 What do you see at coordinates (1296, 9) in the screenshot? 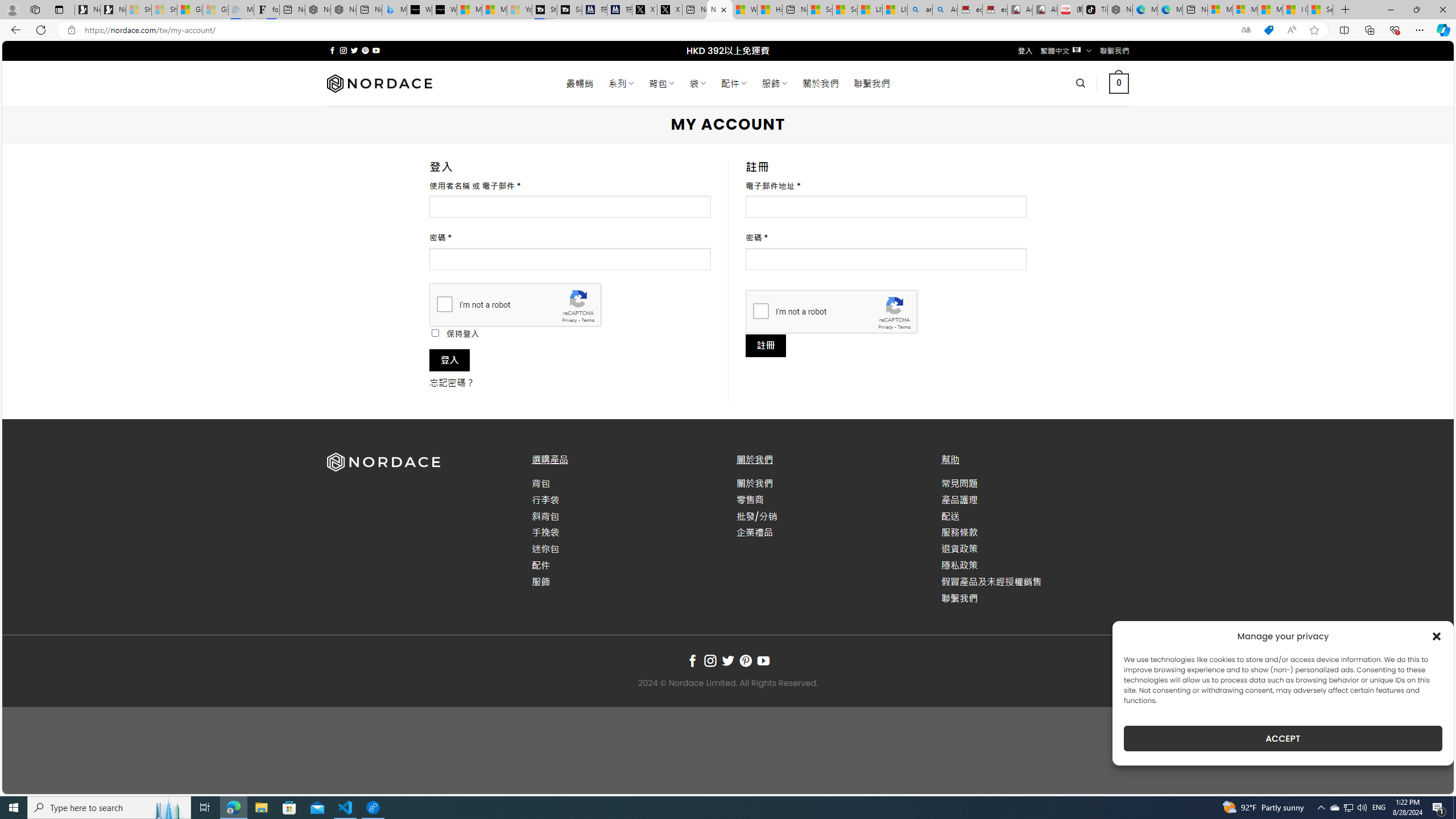
I see `'I Gained 20 Pounds of Muscle in 30 Days! | Watch'` at bounding box center [1296, 9].